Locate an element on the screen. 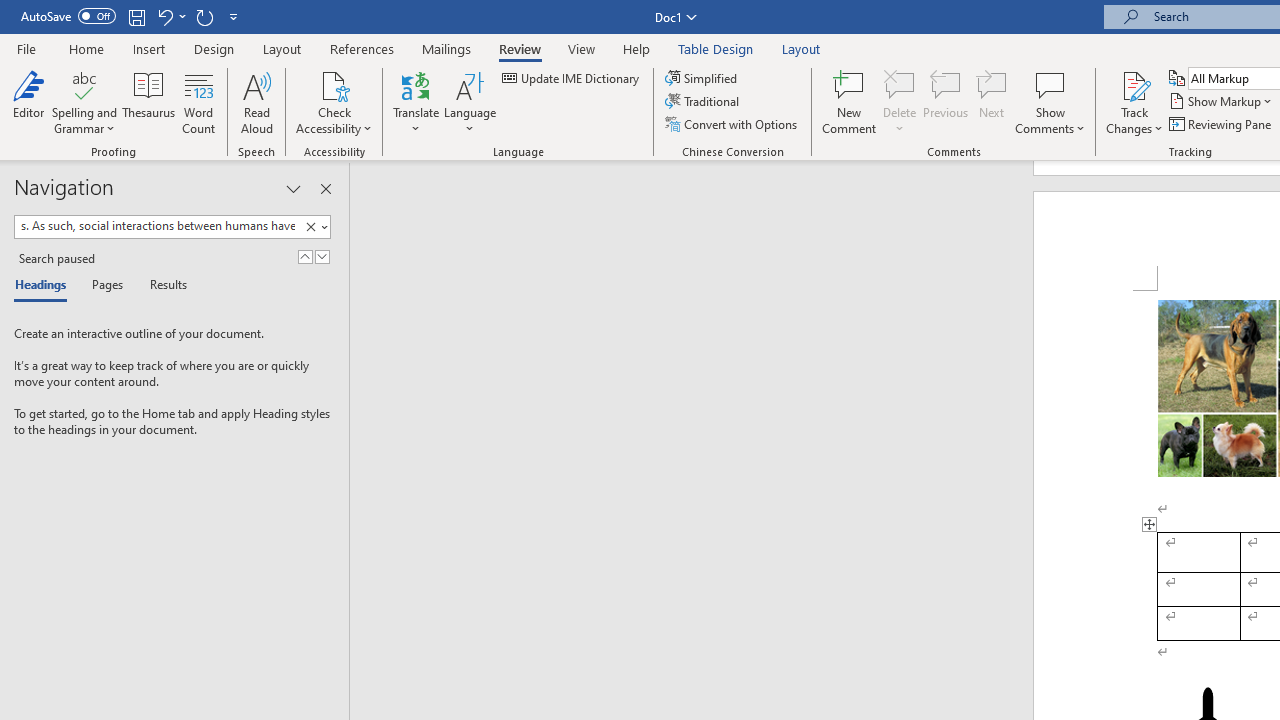 This screenshot has width=1280, height=720. 'Simplified' is located at coordinates (702, 77).